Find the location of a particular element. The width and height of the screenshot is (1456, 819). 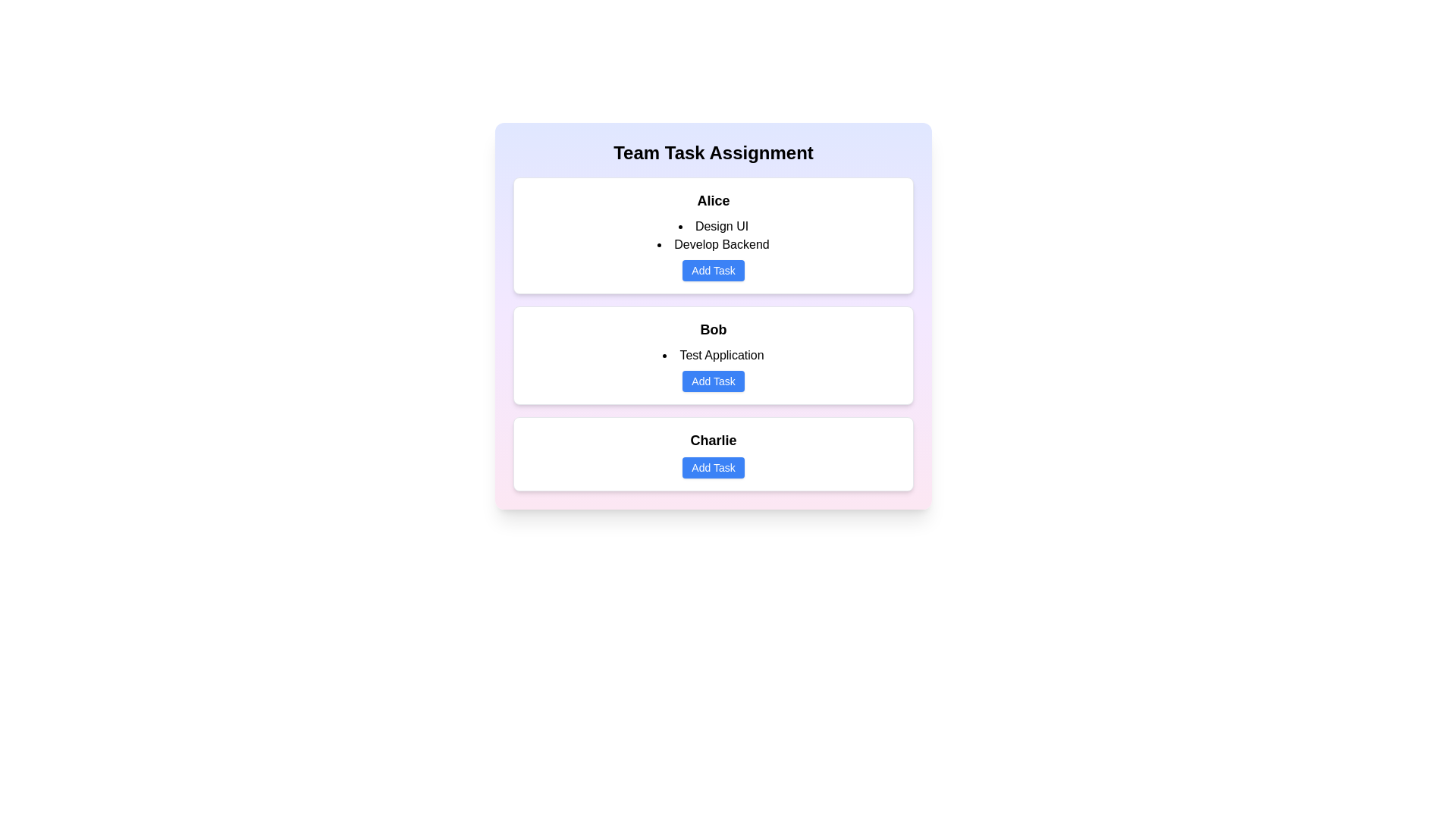

'Add Task' button for Bob to add a new task is located at coordinates (712, 380).